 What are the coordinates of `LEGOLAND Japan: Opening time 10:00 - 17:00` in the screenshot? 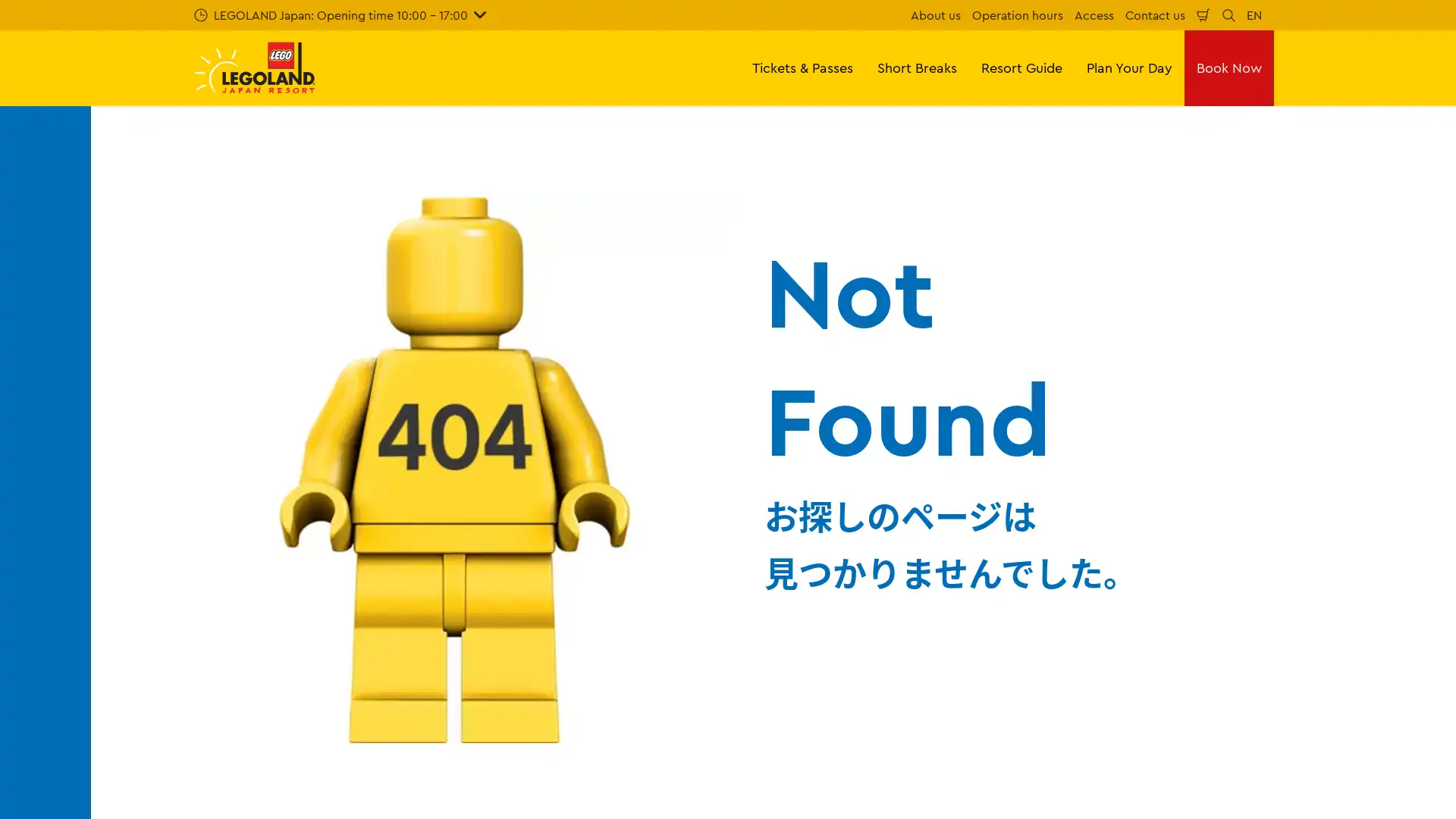 It's located at (339, 14).